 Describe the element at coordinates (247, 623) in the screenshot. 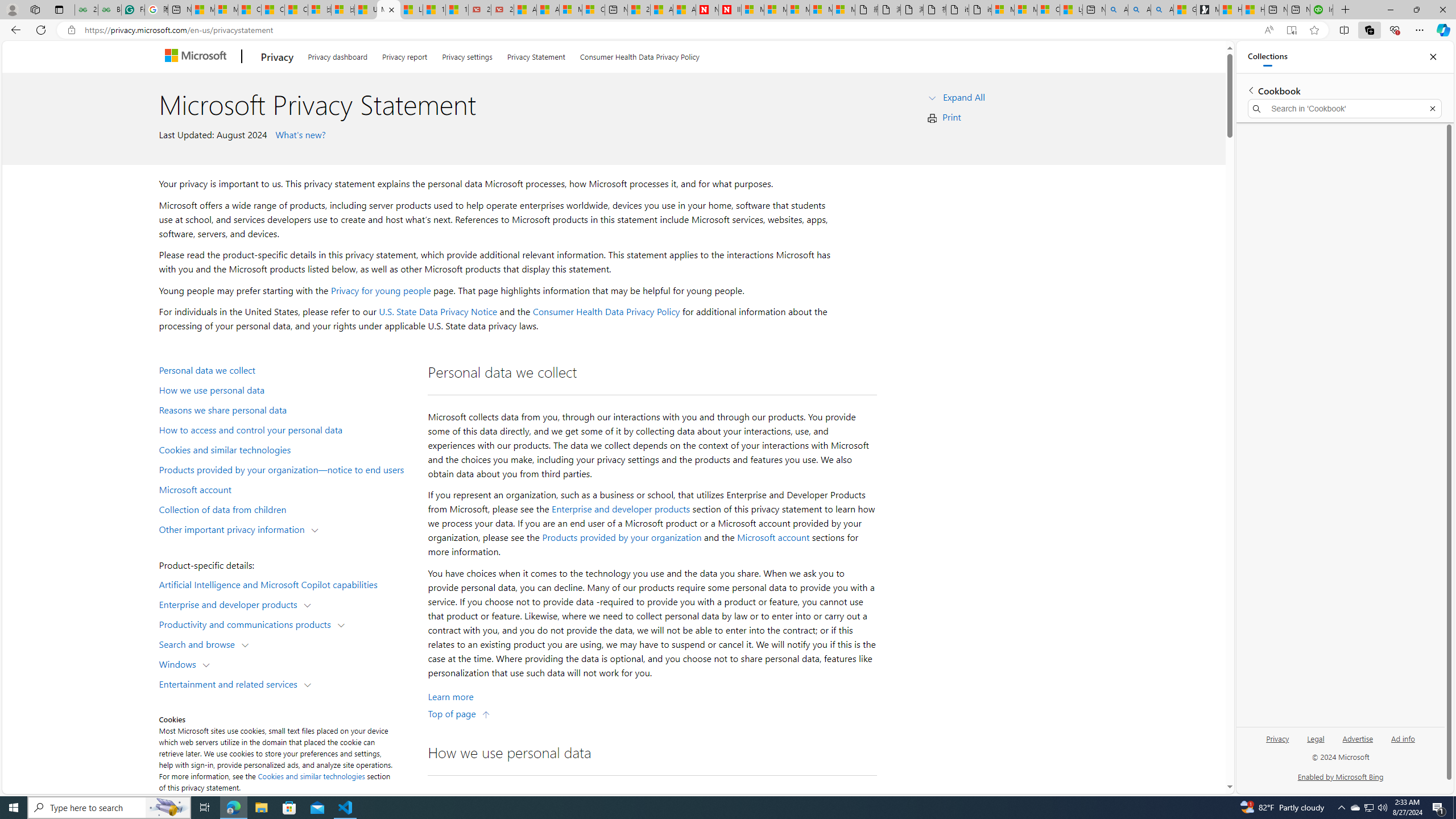

I see `'Productivity and communications products'` at that location.